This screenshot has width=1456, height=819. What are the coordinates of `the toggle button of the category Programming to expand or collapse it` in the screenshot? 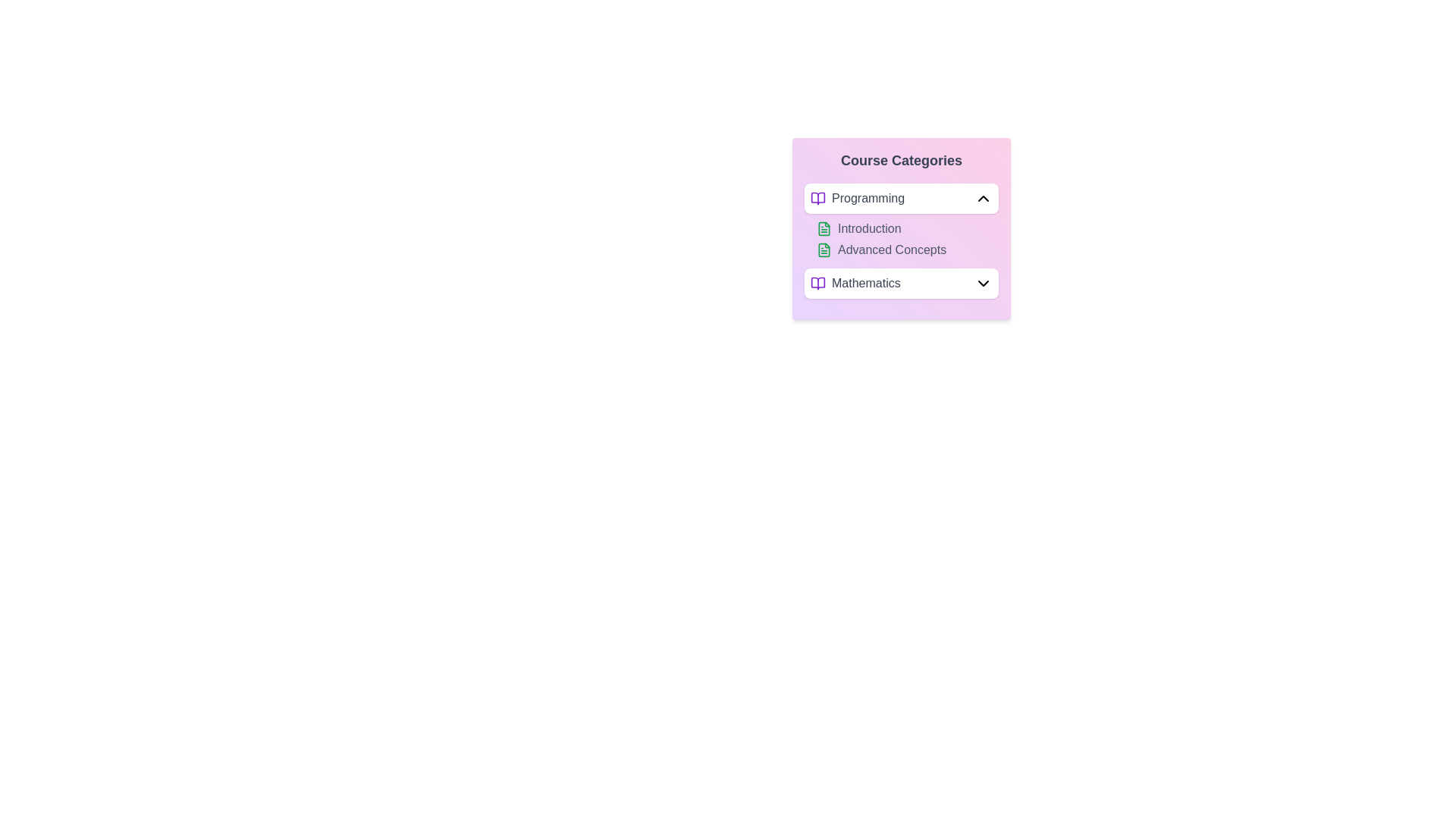 It's located at (983, 198).